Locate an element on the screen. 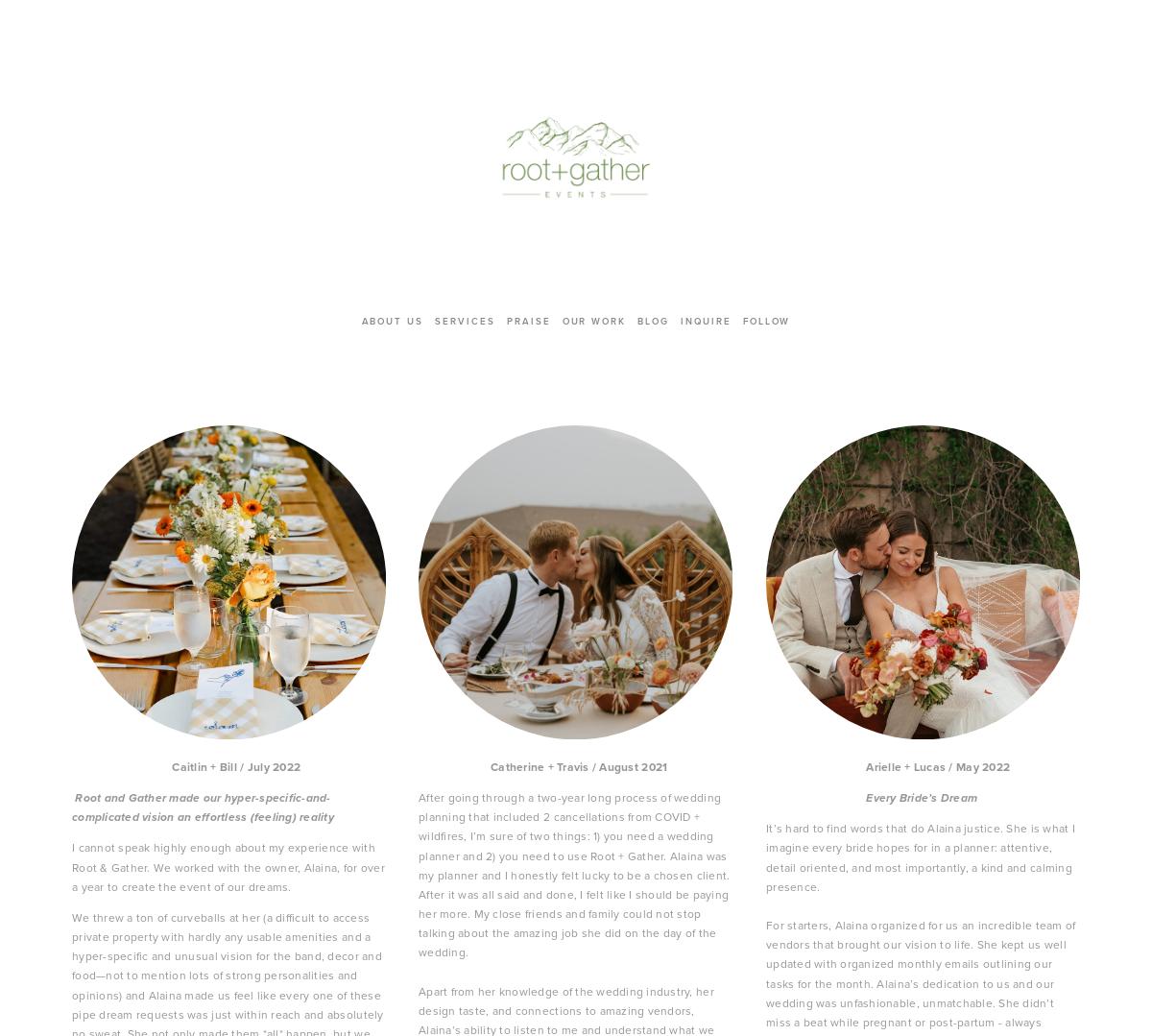  'I cannot speak highly enough about my experience with Root & Gather. We worked with the owner, Alaina, for over a year to create the event of our dreams.' is located at coordinates (228, 866).